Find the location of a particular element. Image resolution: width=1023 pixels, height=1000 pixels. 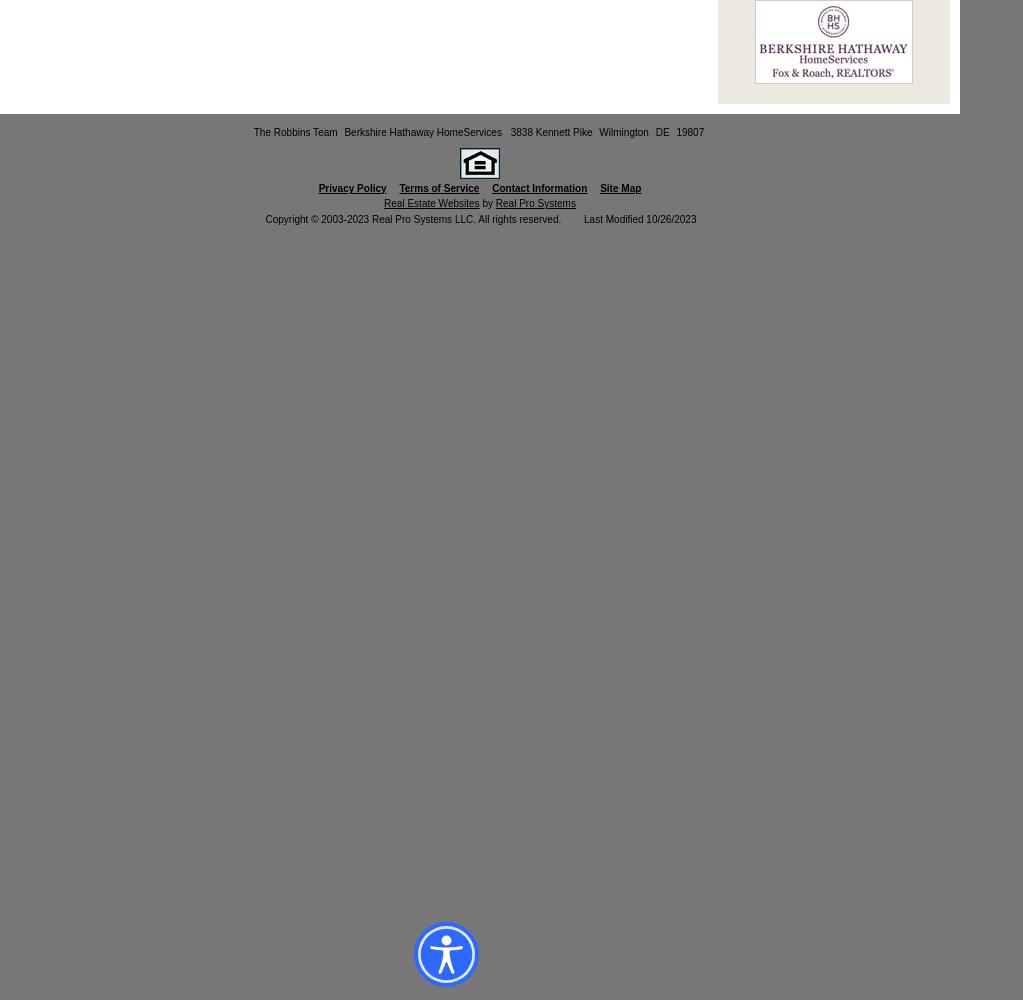

'The Robbins Team' is located at coordinates (252, 132).